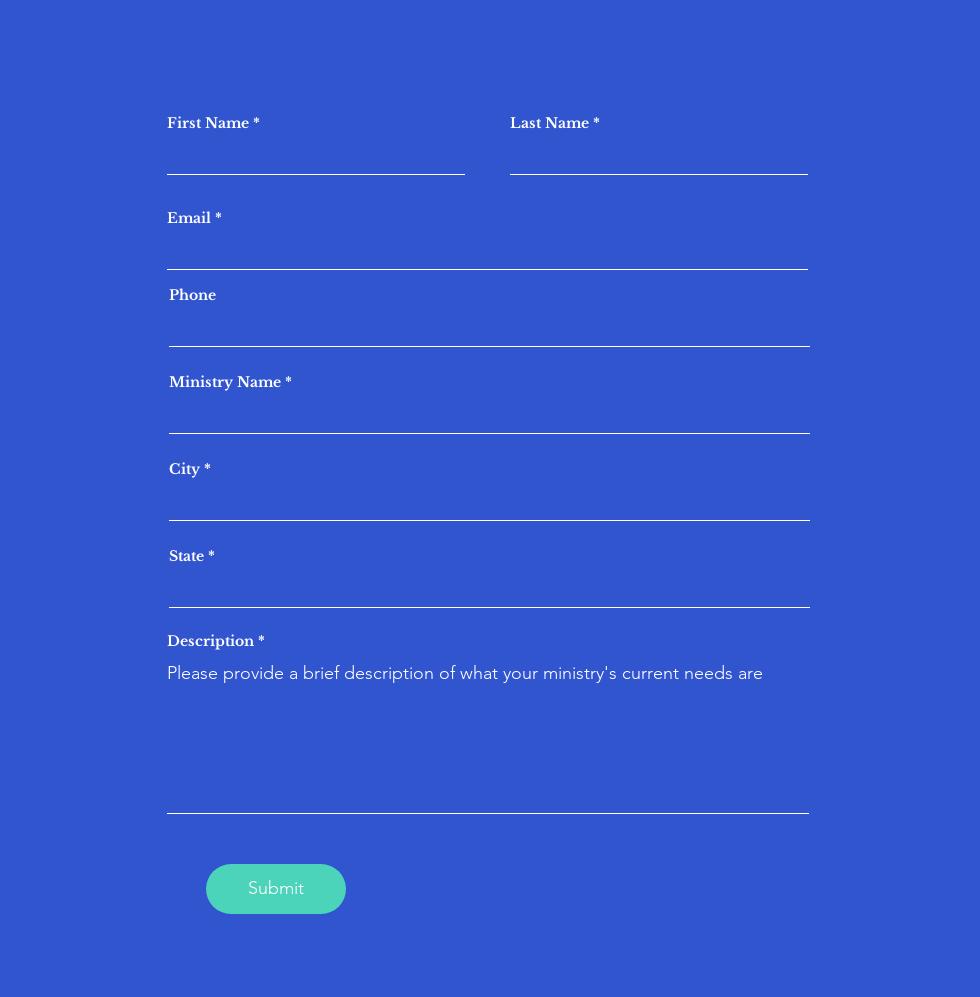  What do you see at coordinates (189, 217) in the screenshot?
I see `'Email'` at bounding box center [189, 217].